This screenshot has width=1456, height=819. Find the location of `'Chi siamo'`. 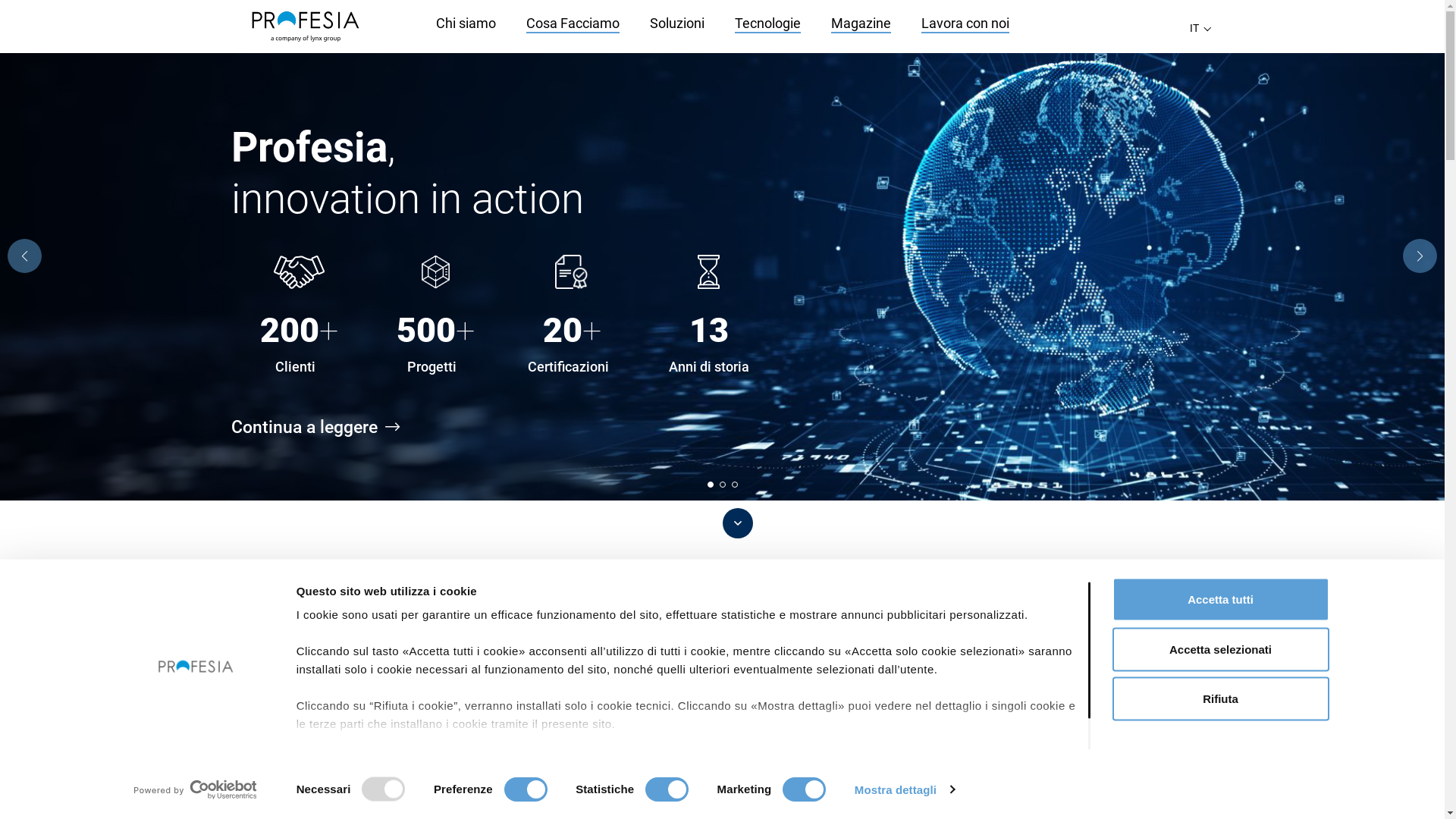

'Chi siamo' is located at coordinates (464, 23).